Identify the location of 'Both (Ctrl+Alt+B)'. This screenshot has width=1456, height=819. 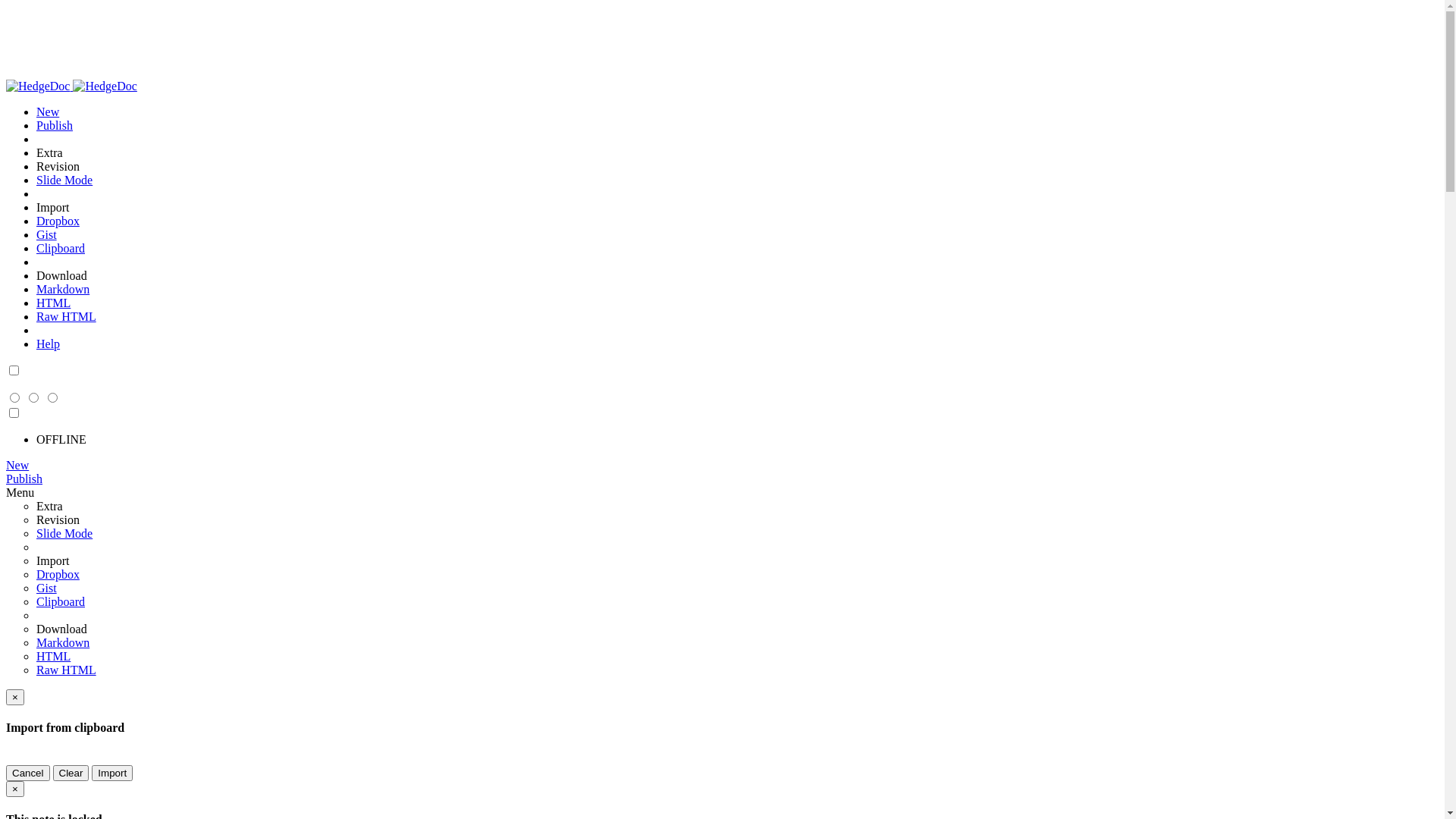
(34, 397).